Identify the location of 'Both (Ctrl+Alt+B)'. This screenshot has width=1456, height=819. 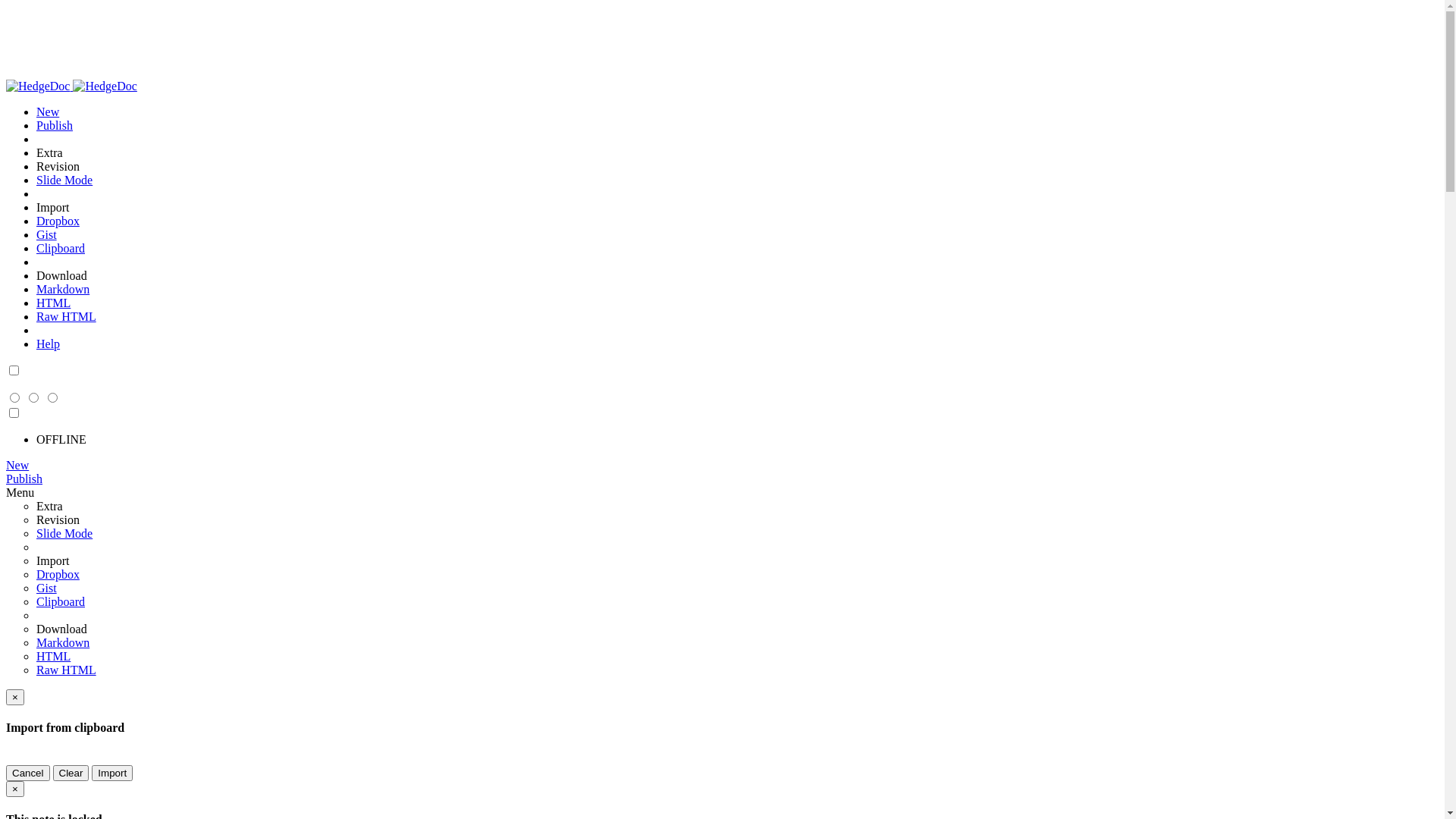
(34, 397).